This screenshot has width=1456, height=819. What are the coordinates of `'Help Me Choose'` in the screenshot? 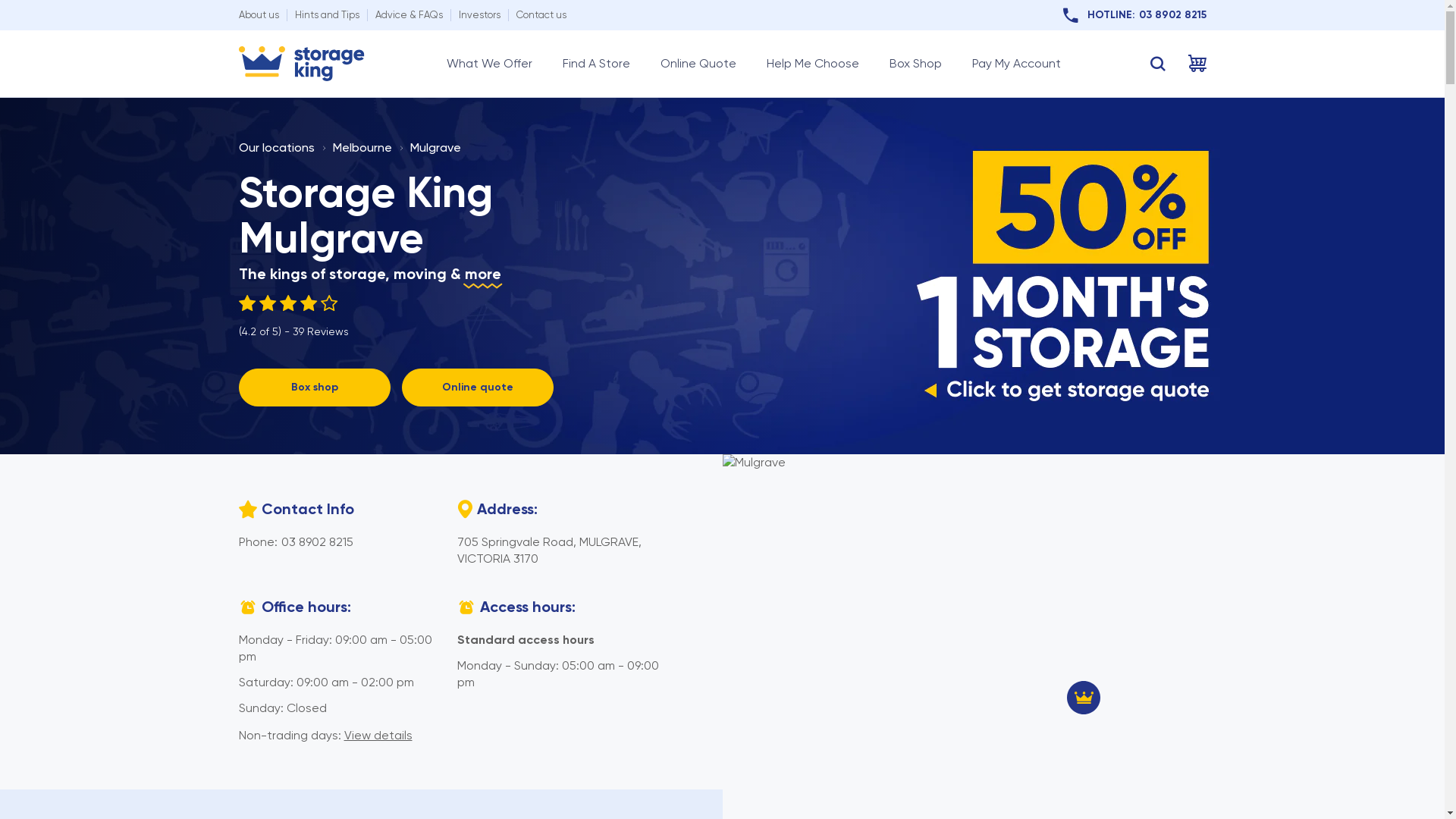 It's located at (811, 63).